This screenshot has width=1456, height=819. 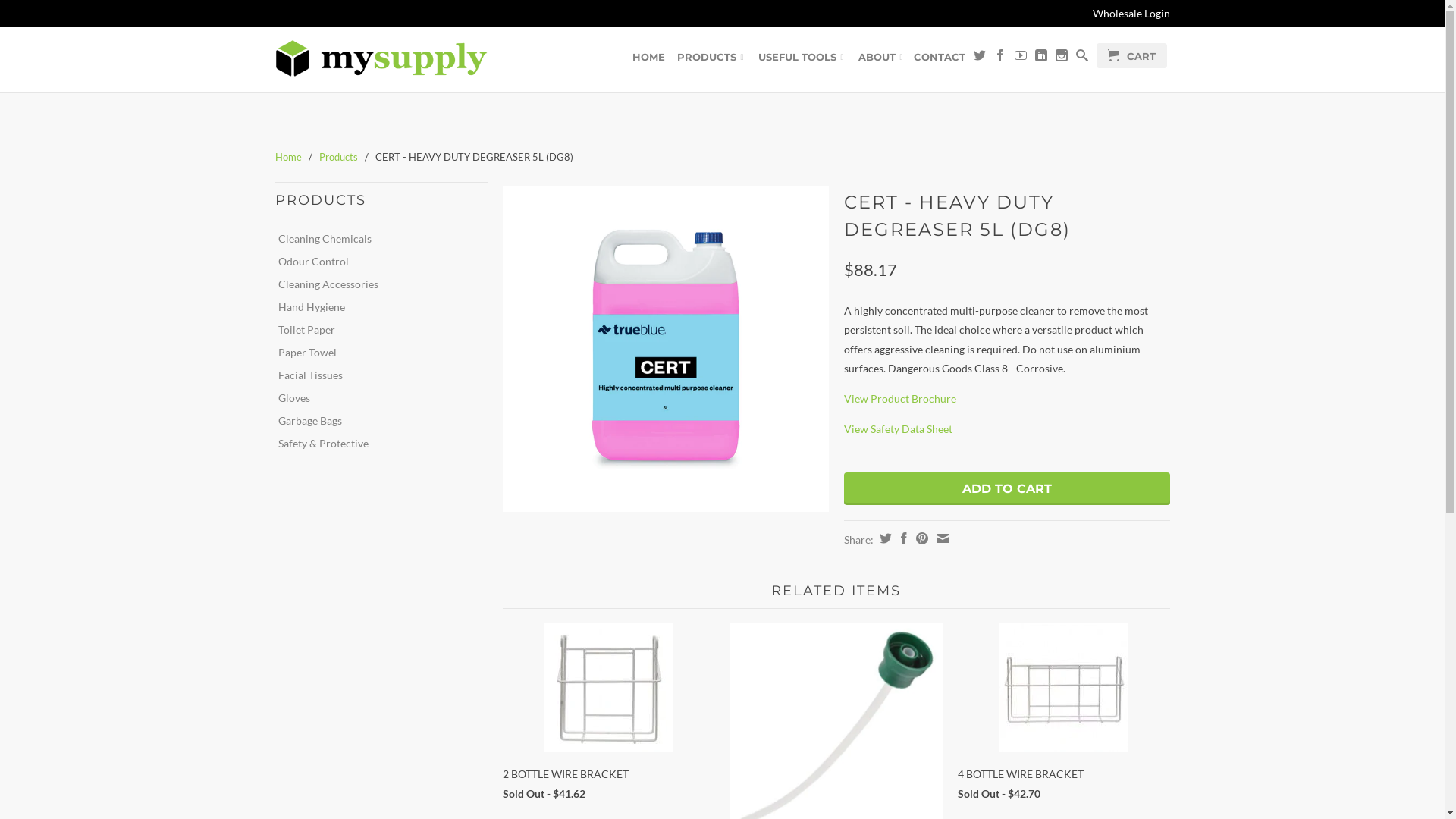 What do you see at coordinates (1006, 488) in the screenshot?
I see `'Add to Cart'` at bounding box center [1006, 488].